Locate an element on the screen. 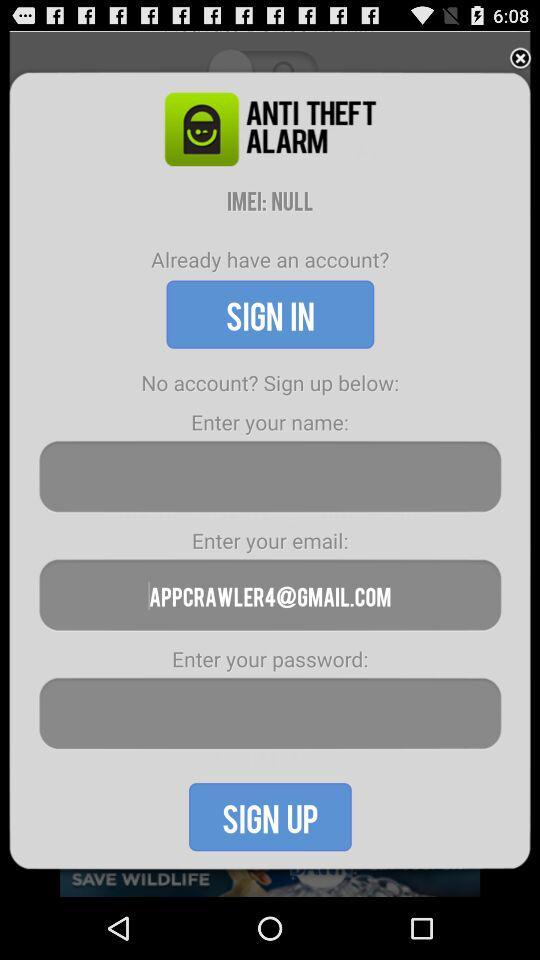 This screenshot has width=540, height=960. autoplay password is located at coordinates (270, 713).